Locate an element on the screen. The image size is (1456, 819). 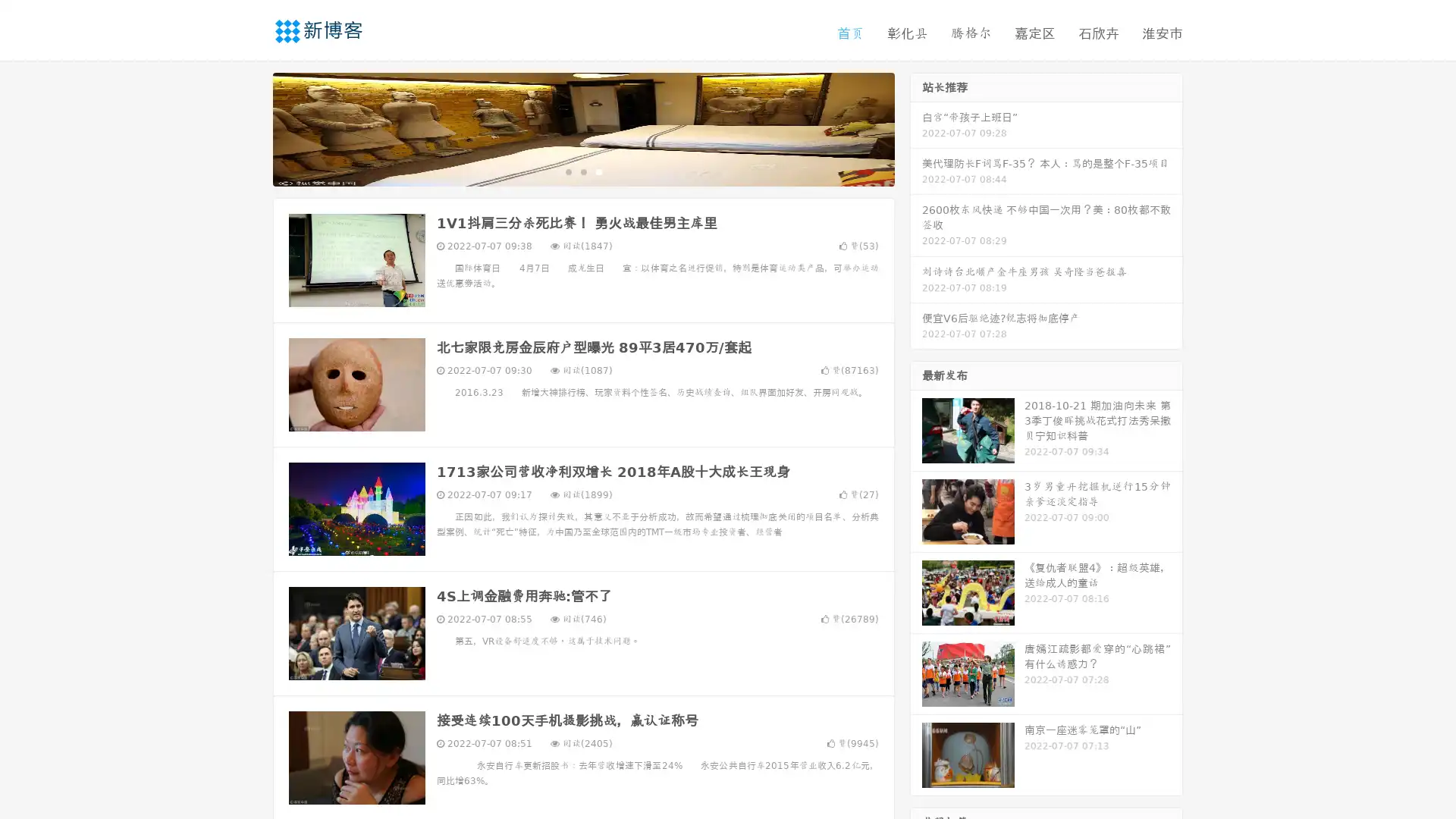
Go to slide 2 is located at coordinates (582, 171).